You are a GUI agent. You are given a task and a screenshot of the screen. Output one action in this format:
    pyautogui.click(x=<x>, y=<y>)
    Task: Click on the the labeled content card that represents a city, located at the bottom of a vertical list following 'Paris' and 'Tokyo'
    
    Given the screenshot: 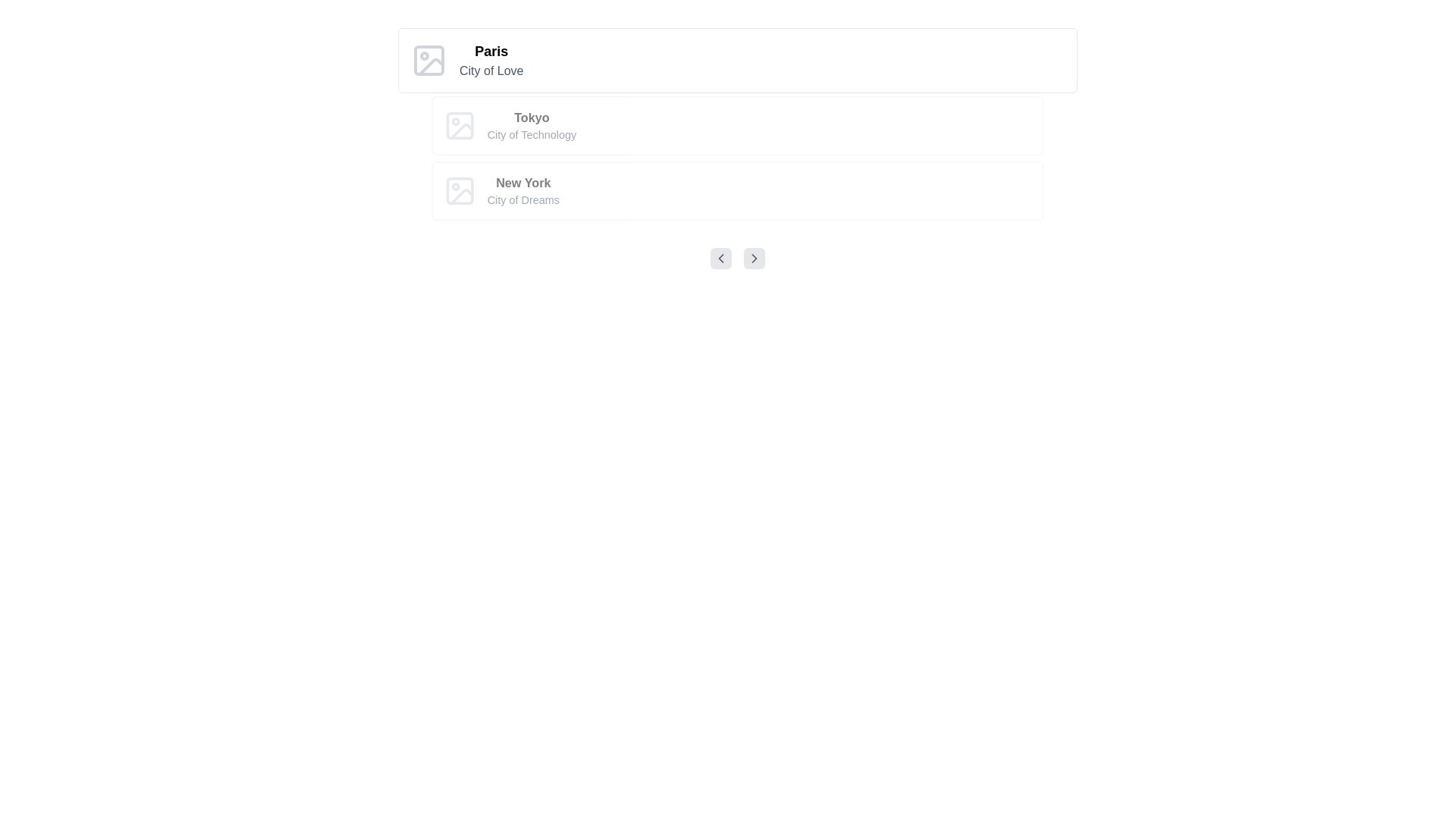 What is the action you would take?
    pyautogui.click(x=523, y=190)
    